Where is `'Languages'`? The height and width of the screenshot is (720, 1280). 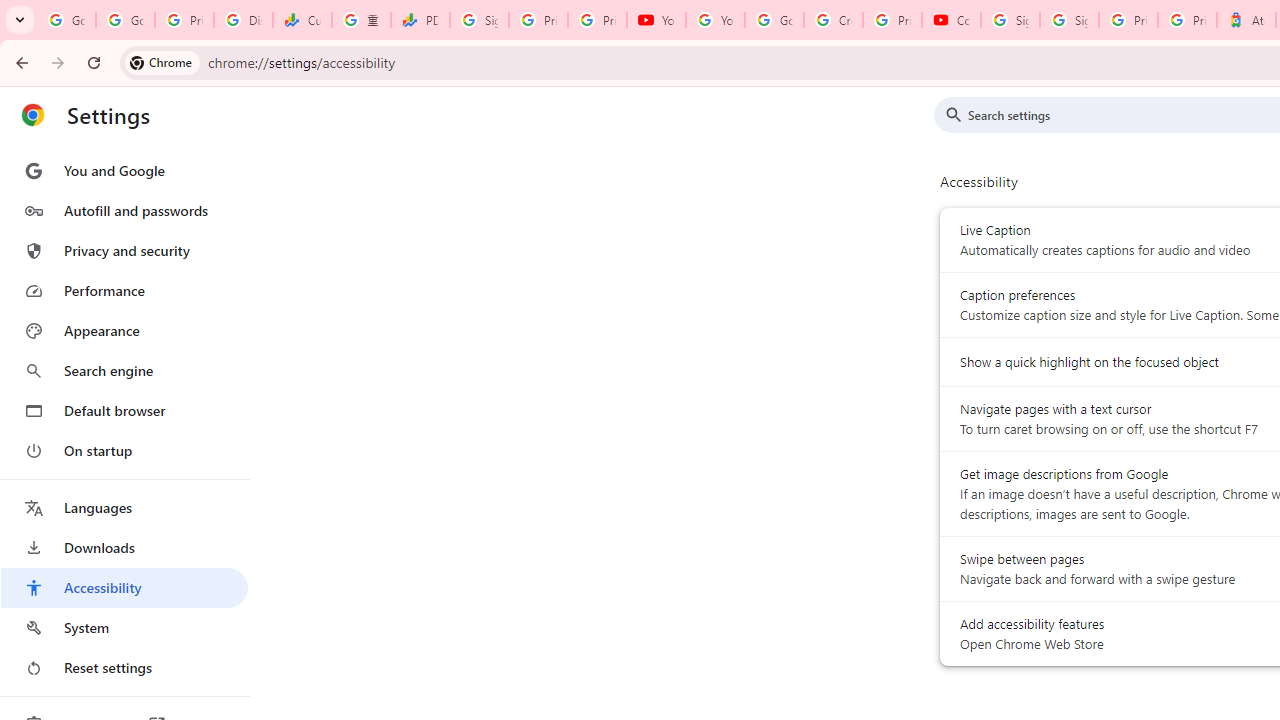 'Languages' is located at coordinates (123, 506).